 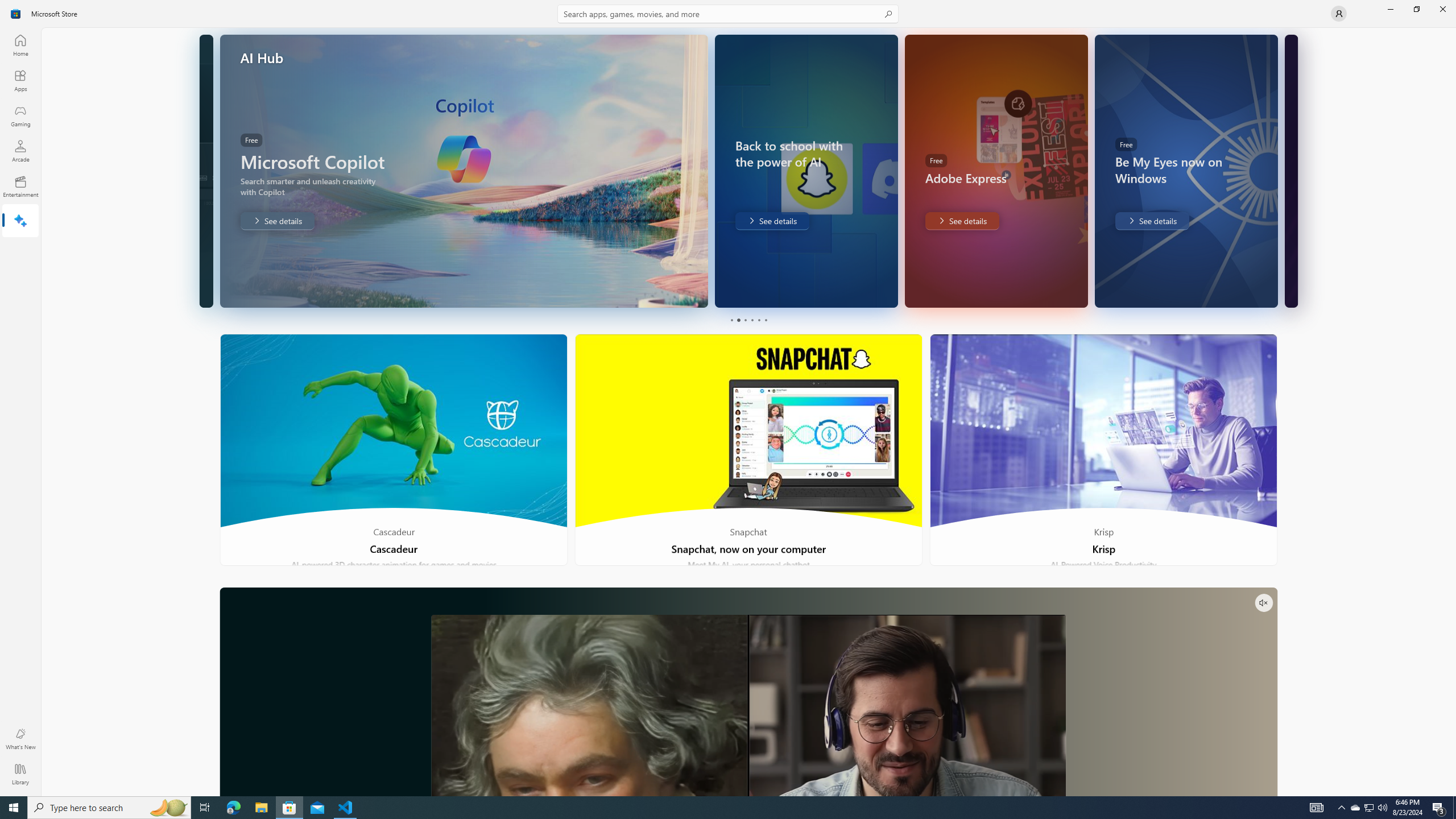 What do you see at coordinates (747, 691) in the screenshot?
I see `'Become anyone on Zoom, Twitch, or any streaming video'` at bounding box center [747, 691].